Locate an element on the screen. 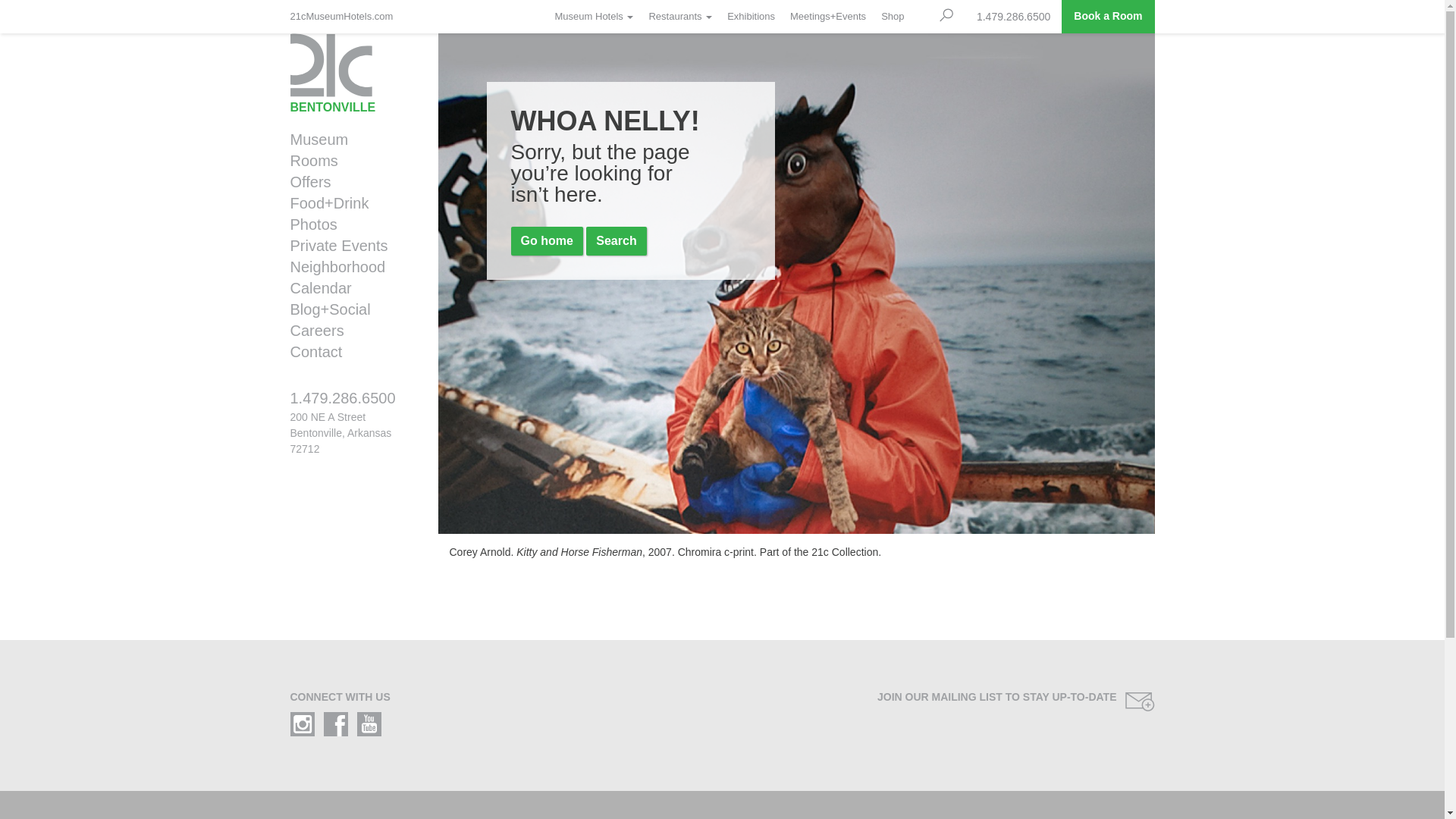 Image resolution: width=1456 pixels, height=819 pixels. 'Go home' is located at coordinates (546, 240).